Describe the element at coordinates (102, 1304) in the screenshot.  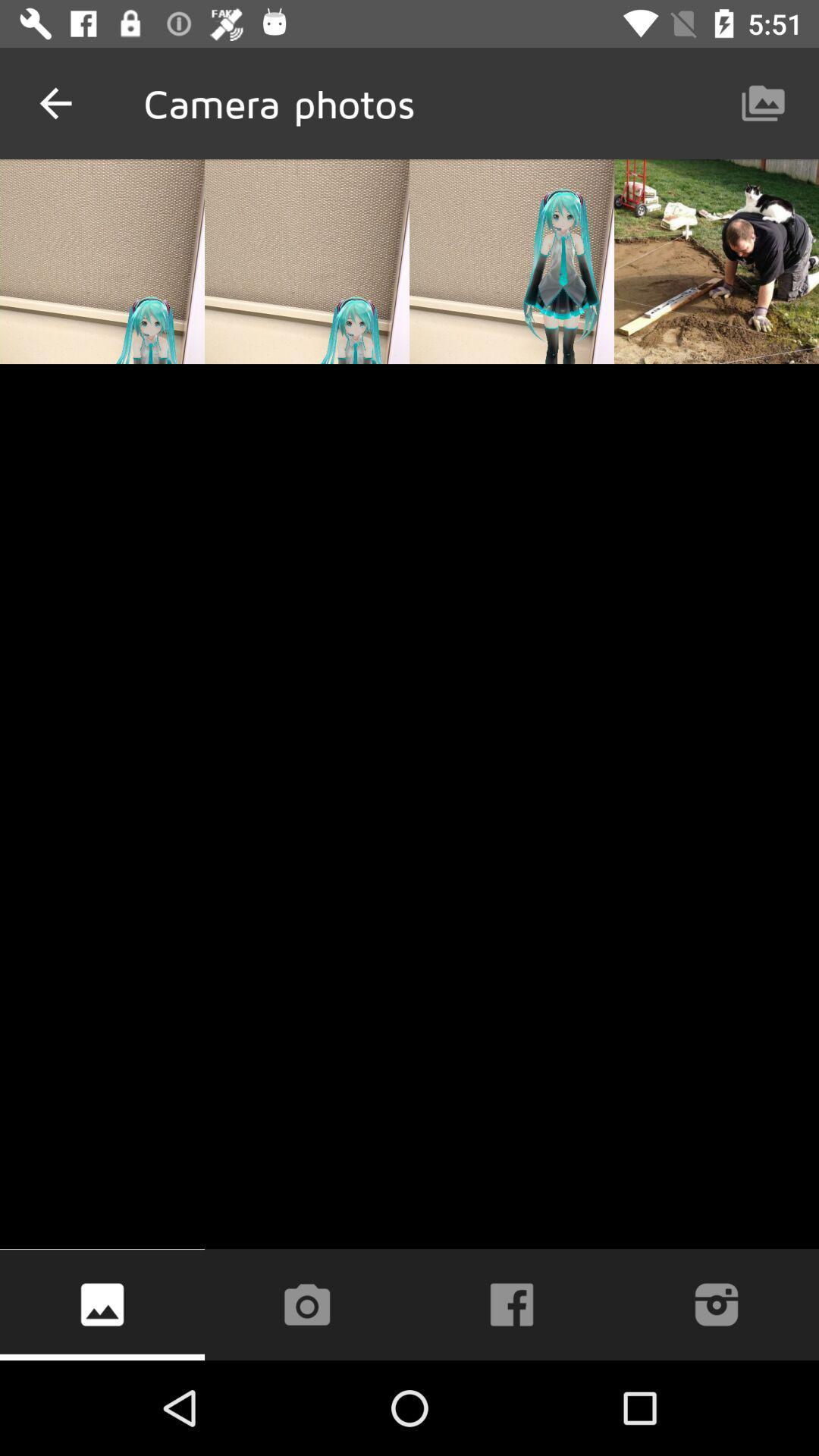
I see `view snapshot` at that location.